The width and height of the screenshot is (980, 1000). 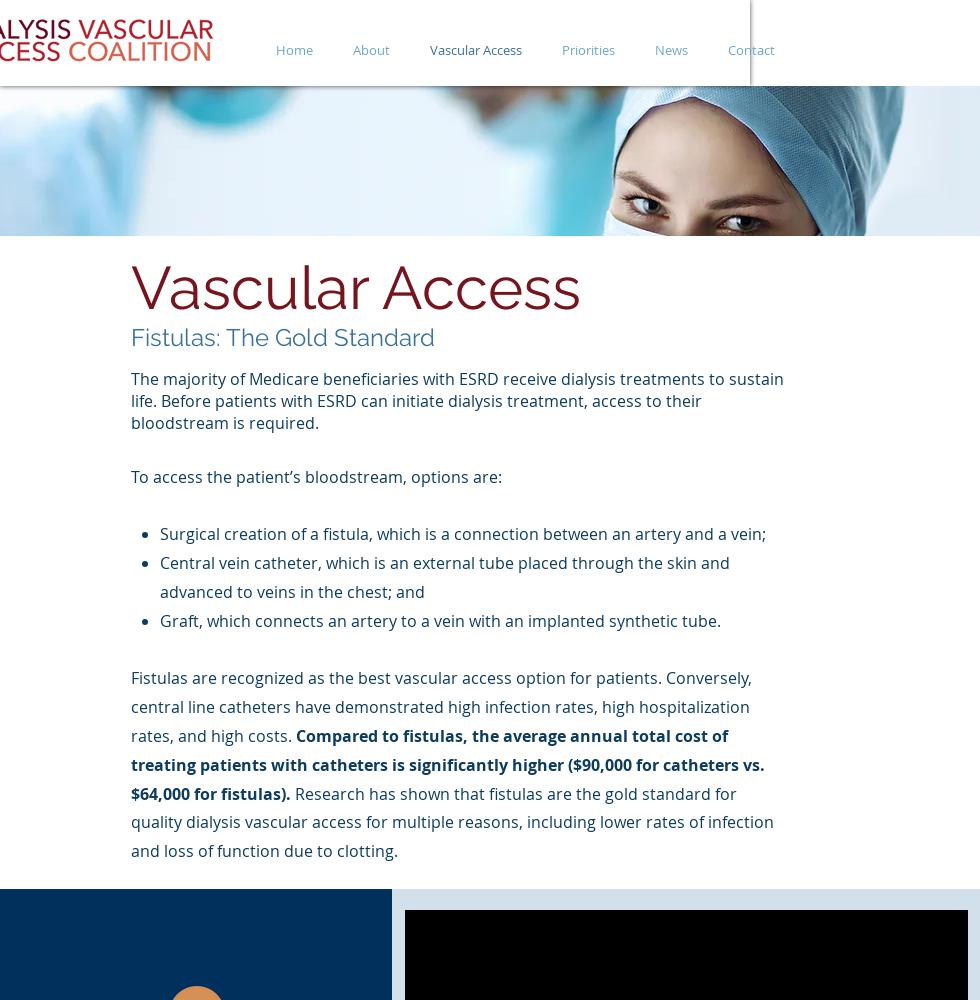 What do you see at coordinates (131, 821) in the screenshot?
I see `'Research has shown that fistulas are the gold standard for quality dialysis vascular access for multiple reasons, including lower rates of infection and loss of function due to clotting.'` at bounding box center [131, 821].